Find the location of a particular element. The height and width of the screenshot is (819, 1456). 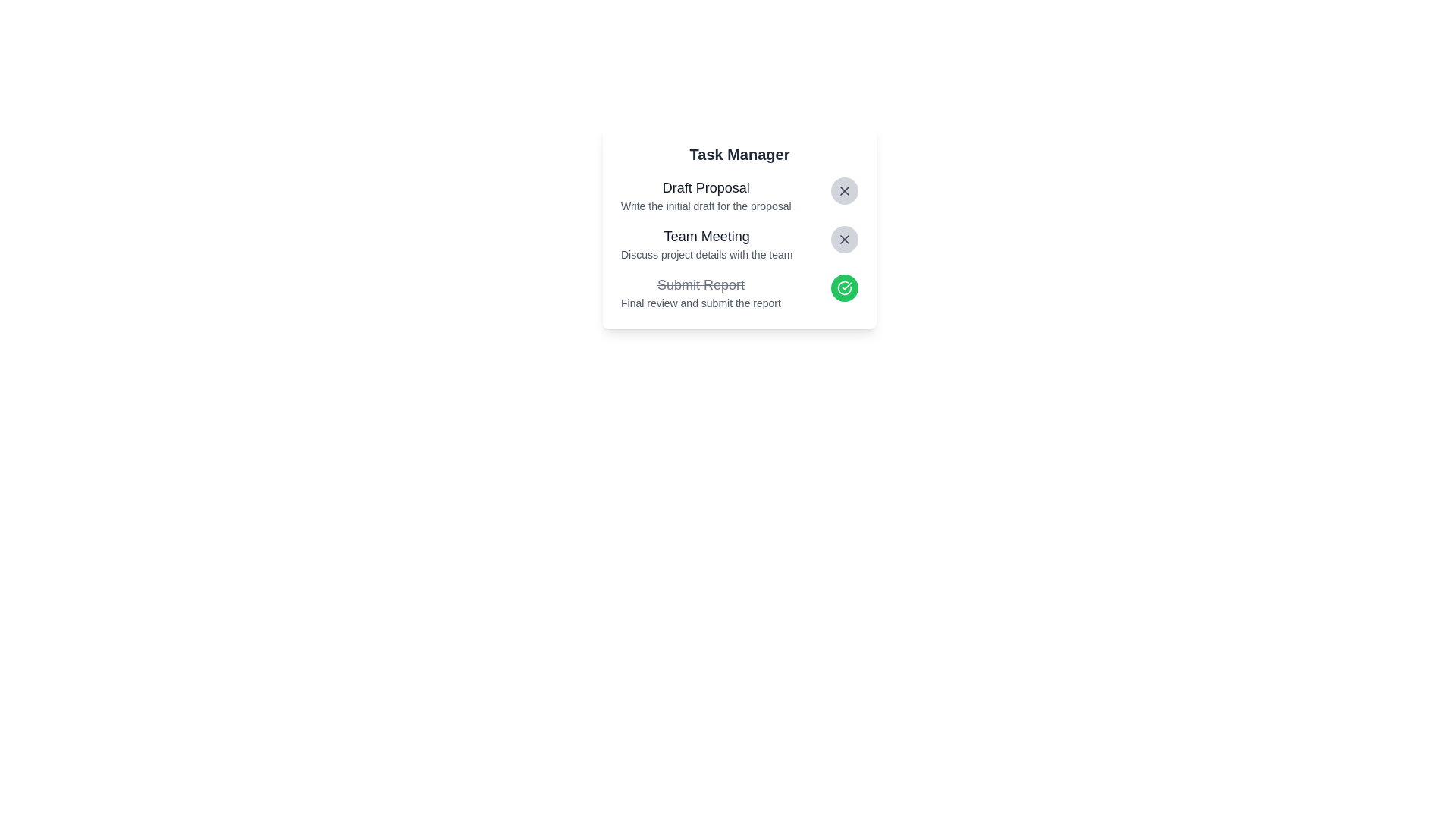

the Task item titled 'Submit Report' with a strikethrough title and a green circular completion button with a checkmark icon, which is the third item in the 'Task Manager' list is located at coordinates (739, 292).